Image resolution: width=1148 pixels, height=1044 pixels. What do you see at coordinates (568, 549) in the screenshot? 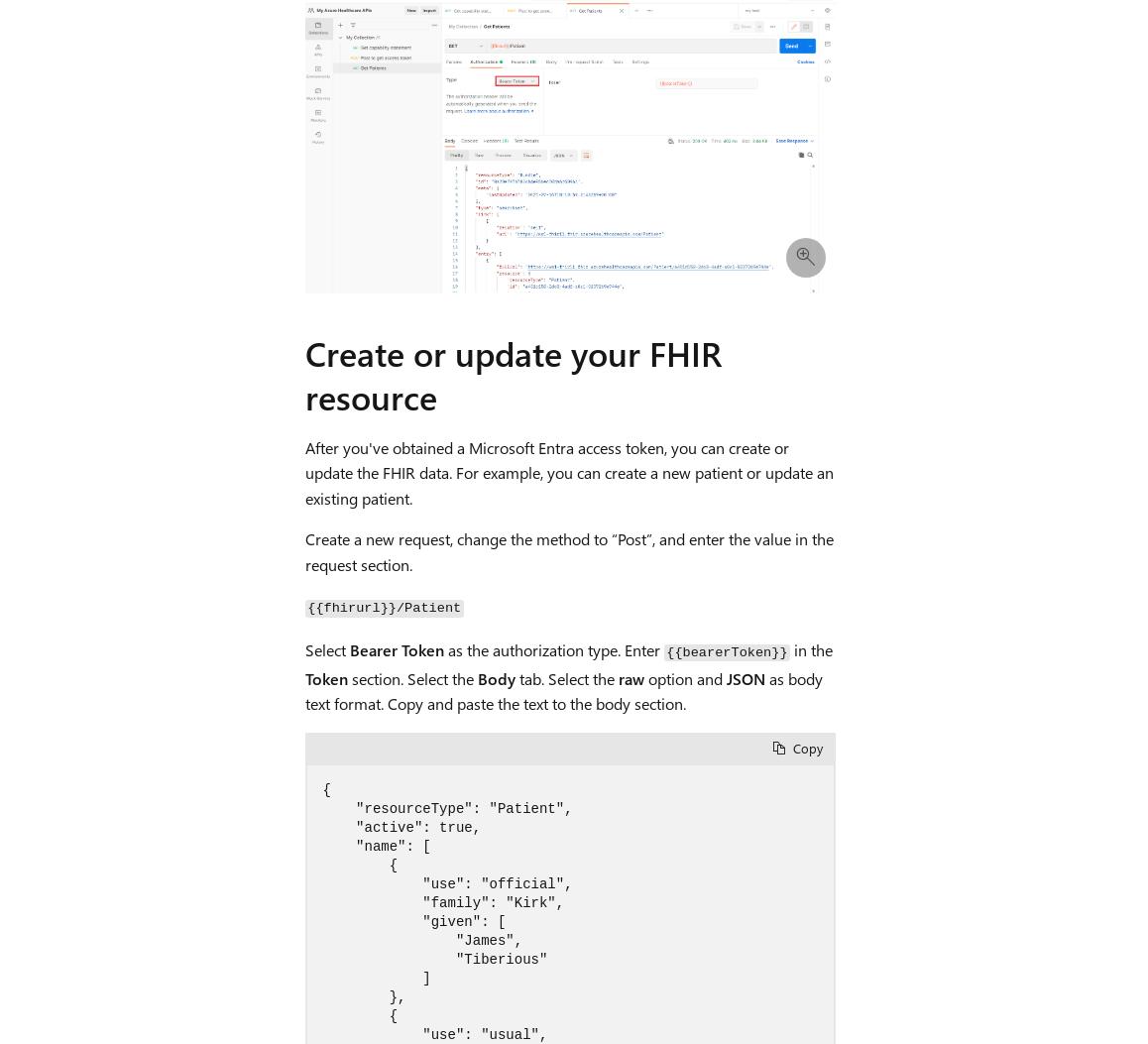
I see `'Create a new request, change the method to “Post”, and enter the value in the request section.'` at bounding box center [568, 549].